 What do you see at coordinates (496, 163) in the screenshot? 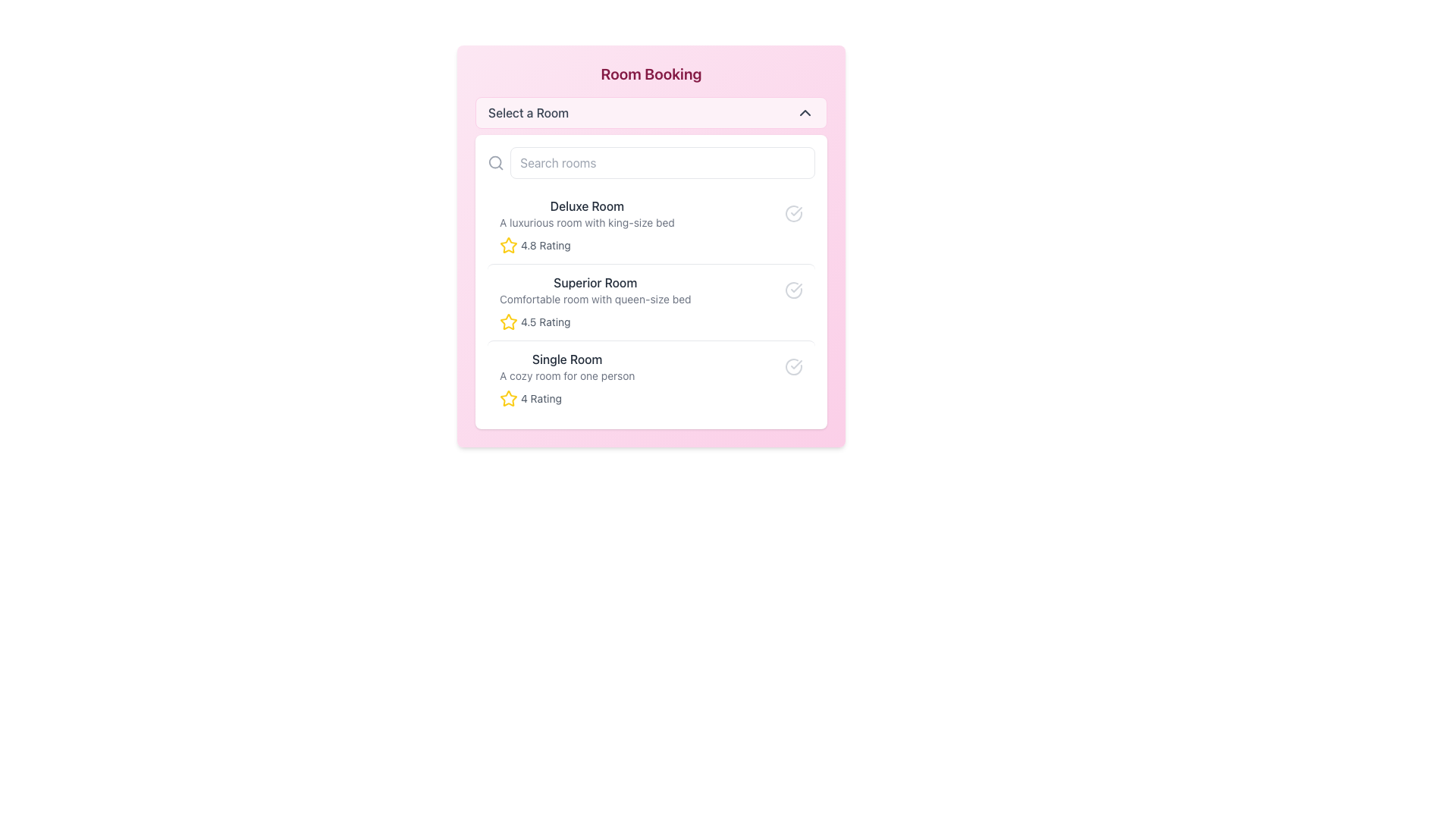
I see `the search icon located in the search section at the top of the room list, positioned to the left of the 'Search rooms' input box` at bounding box center [496, 163].